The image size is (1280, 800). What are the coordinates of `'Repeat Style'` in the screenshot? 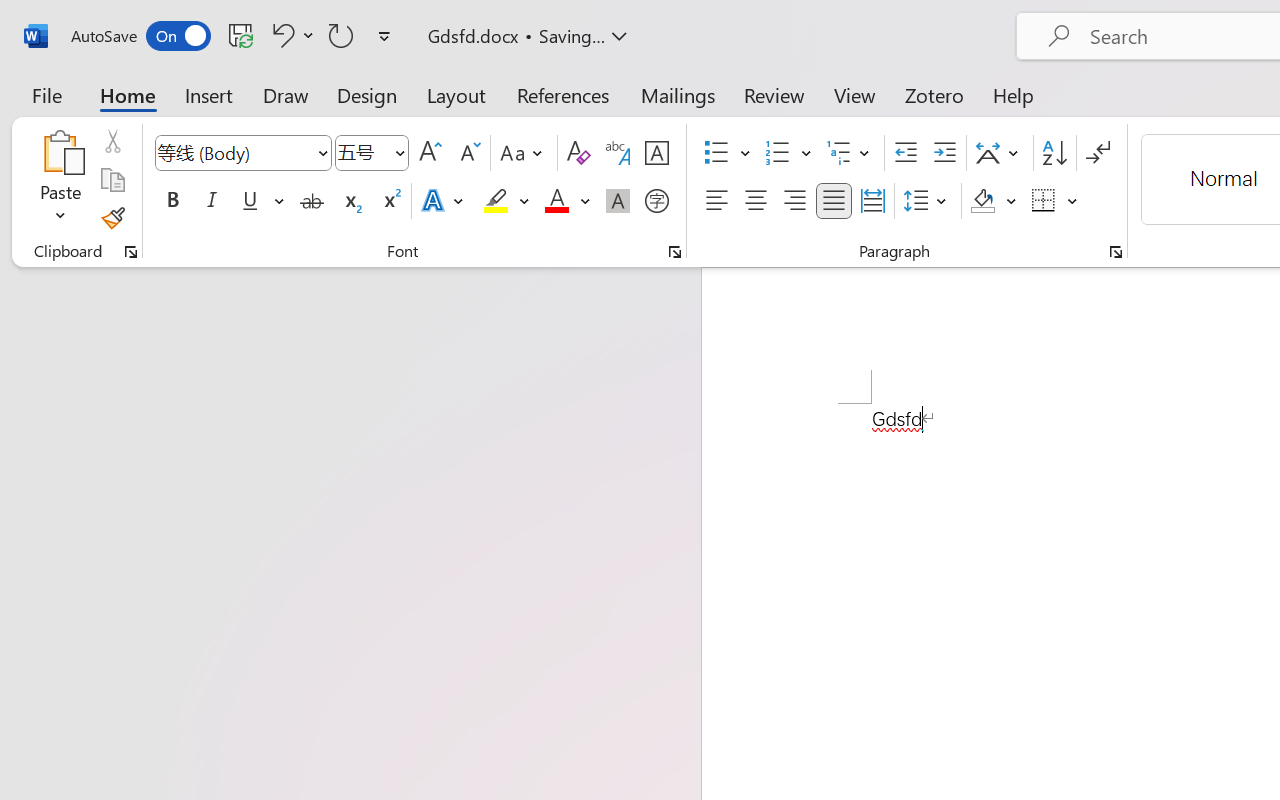 It's located at (341, 34).